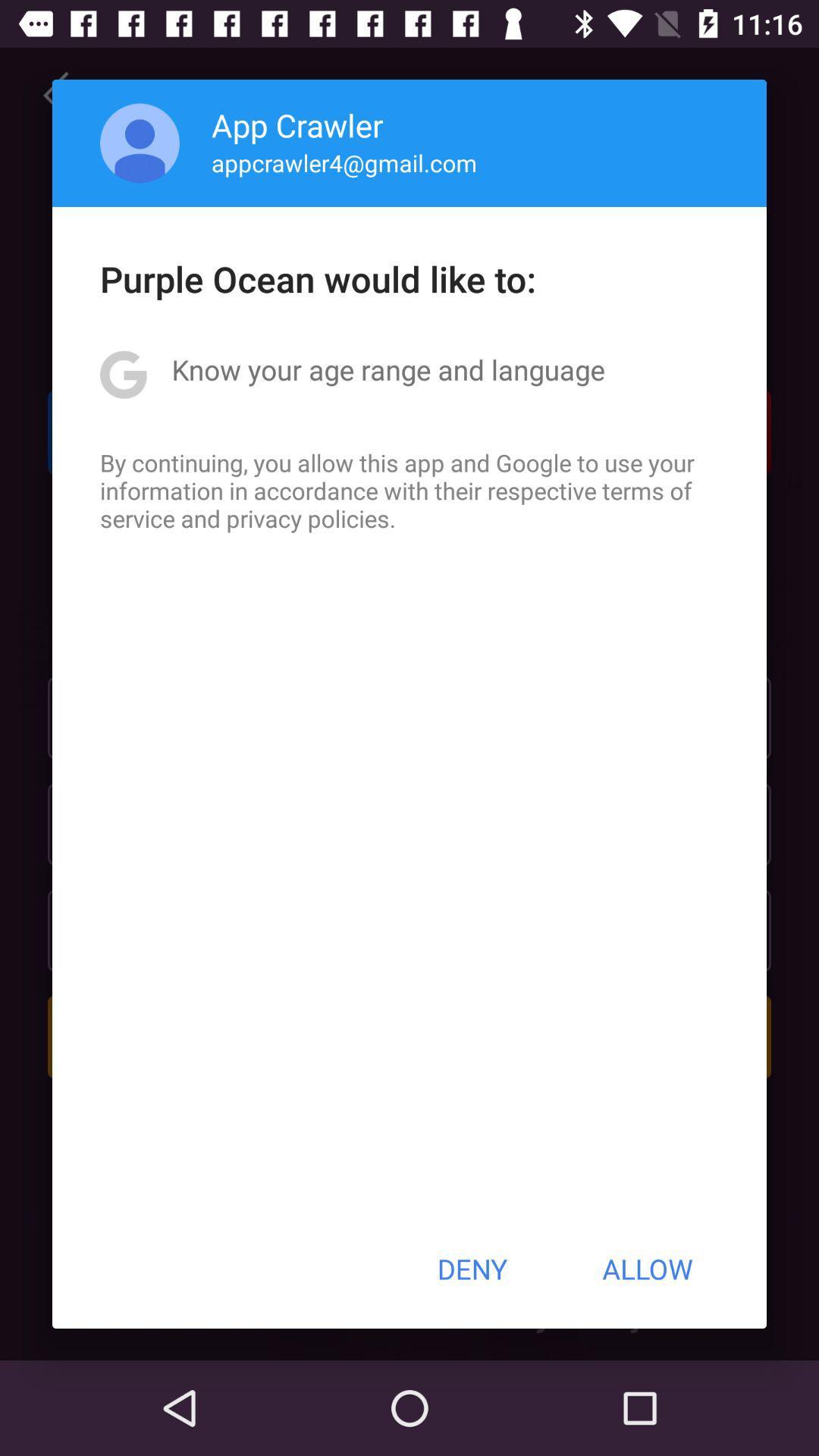 This screenshot has height=1456, width=819. Describe the element at coordinates (344, 162) in the screenshot. I see `appcrawler4@gmail.com item` at that location.